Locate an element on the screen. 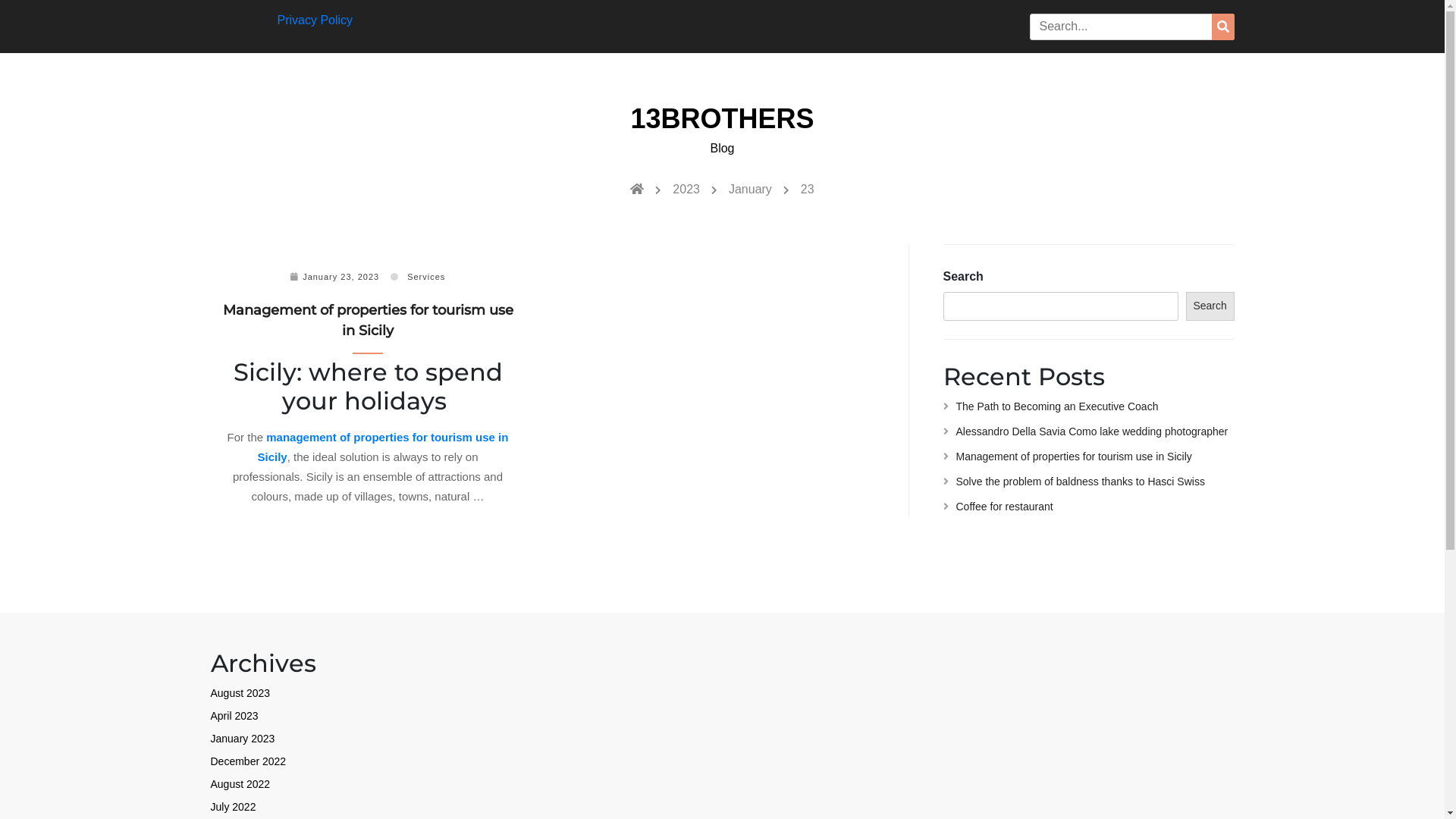 The height and width of the screenshot is (819, 1456). 'The Path to Becoming an Executive Coach' is located at coordinates (1050, 406).